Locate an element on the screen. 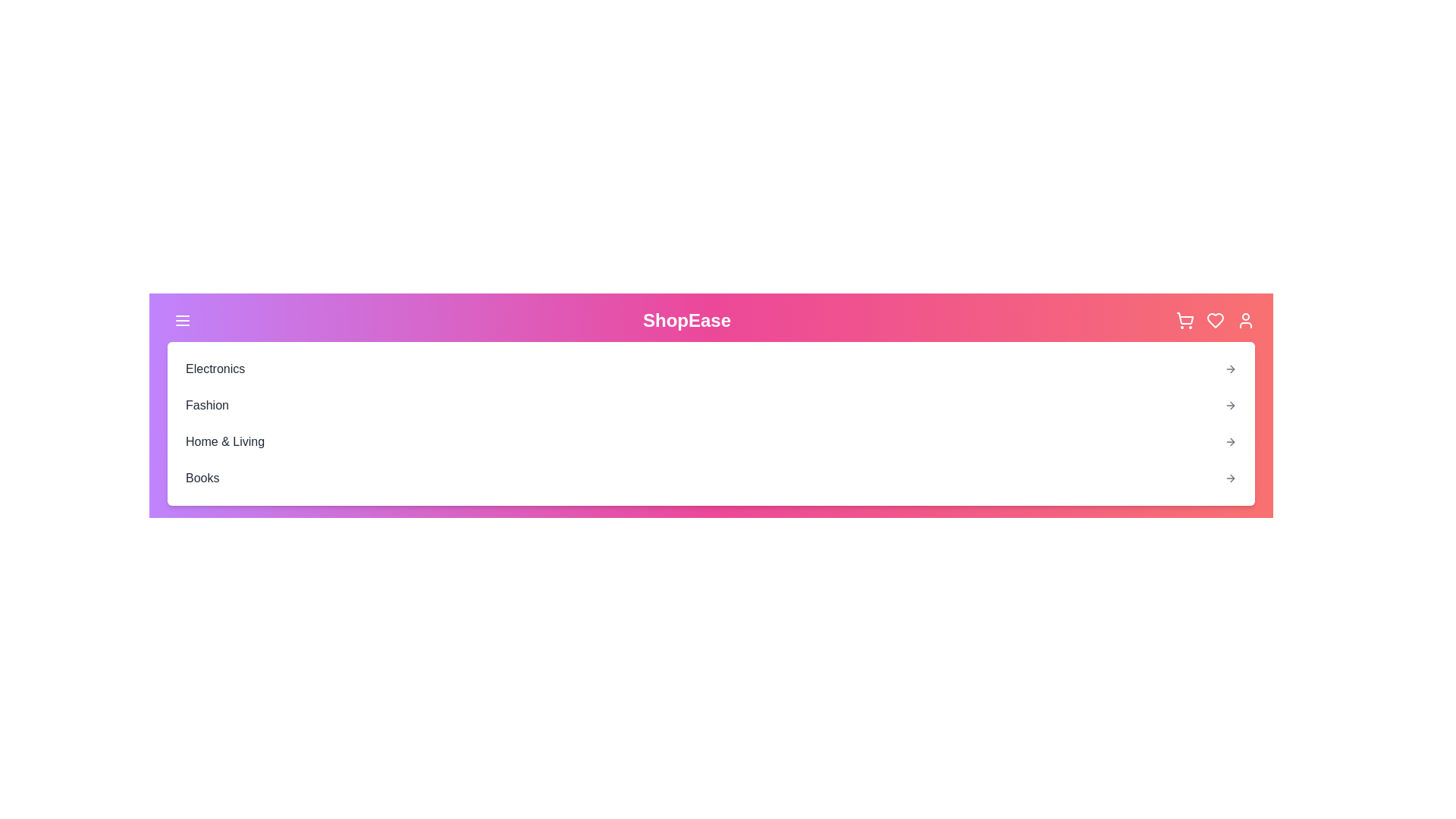  the category Books from the dropdown menu is located at coordinates (202, 479).